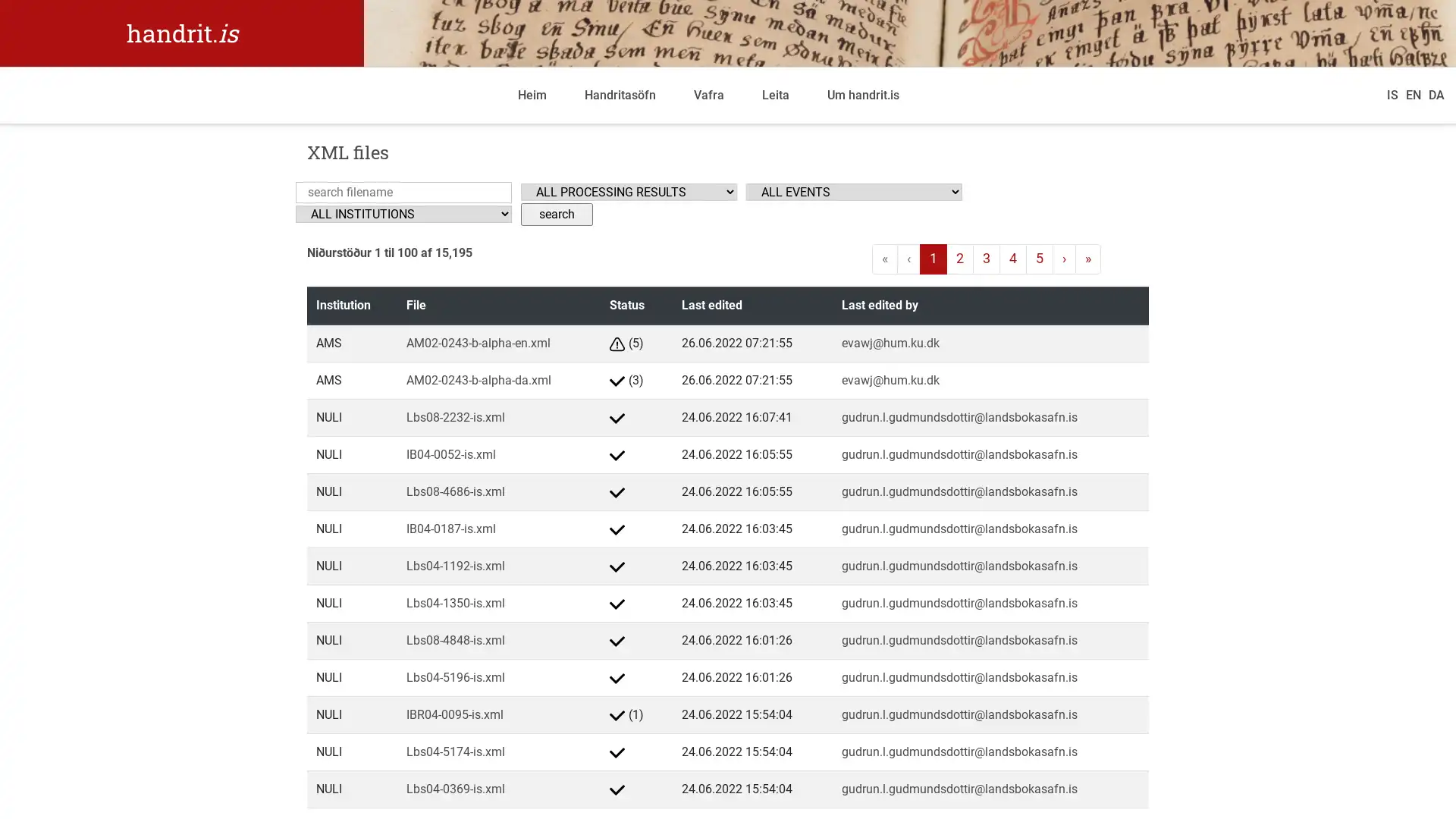 This screenshot has width=1456, height=819. What do you see at coordinates (556, 213) in the screenshot?
I see `search` at bounding box center [556, 213].